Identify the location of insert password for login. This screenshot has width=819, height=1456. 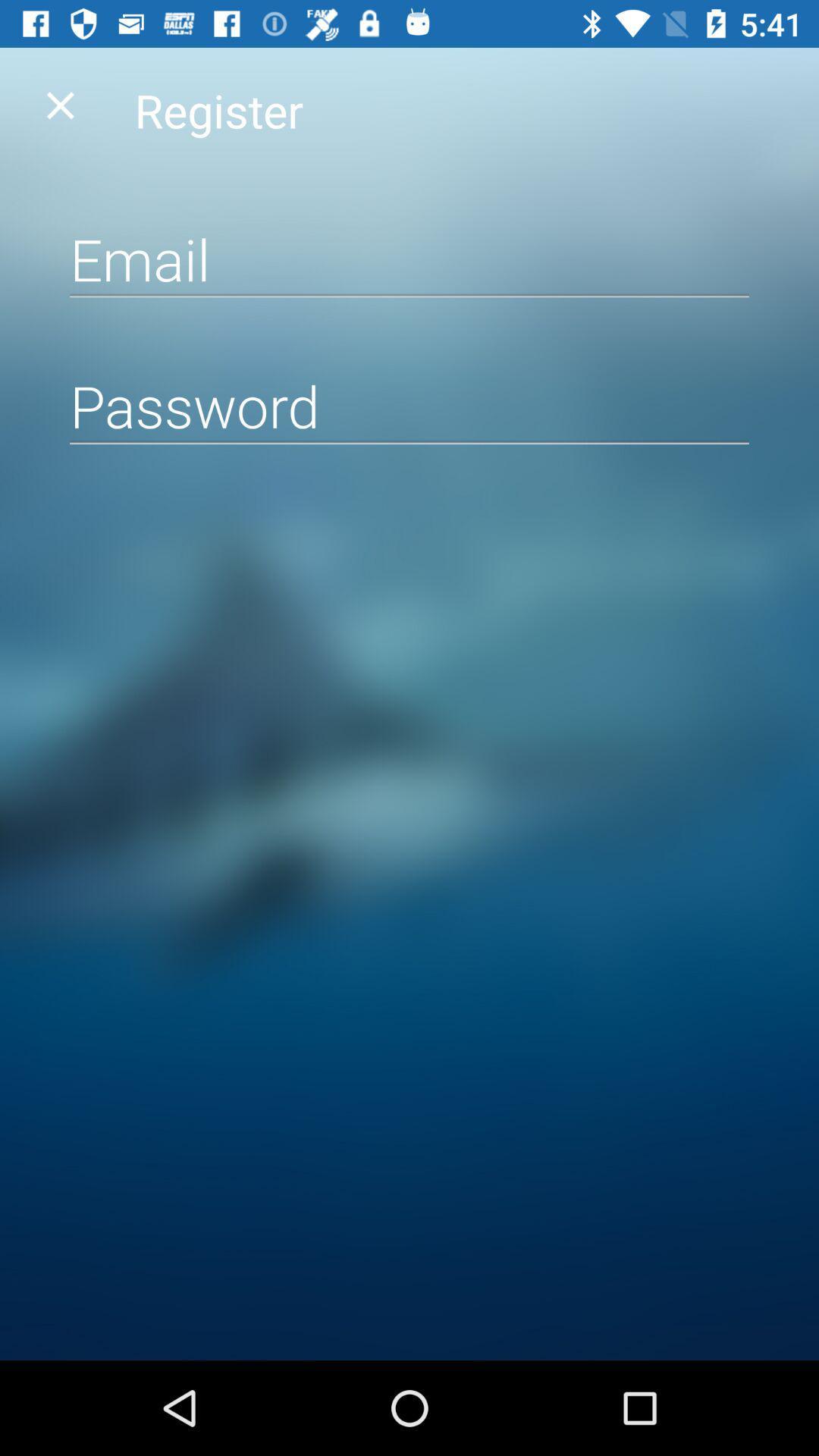
(409, 406).